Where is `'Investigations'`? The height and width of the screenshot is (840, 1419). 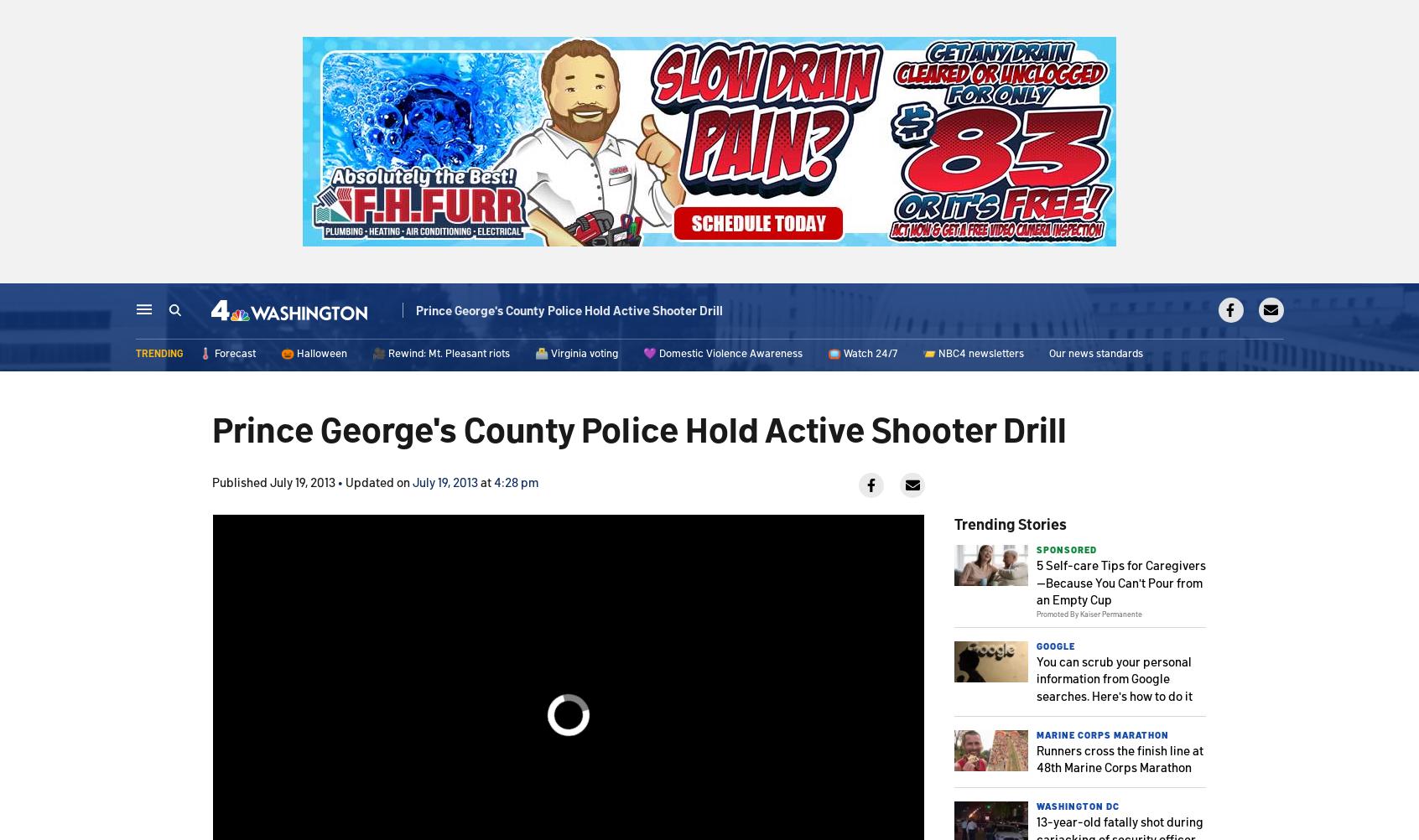 'Investigations' is located at coordinates (751, 312).